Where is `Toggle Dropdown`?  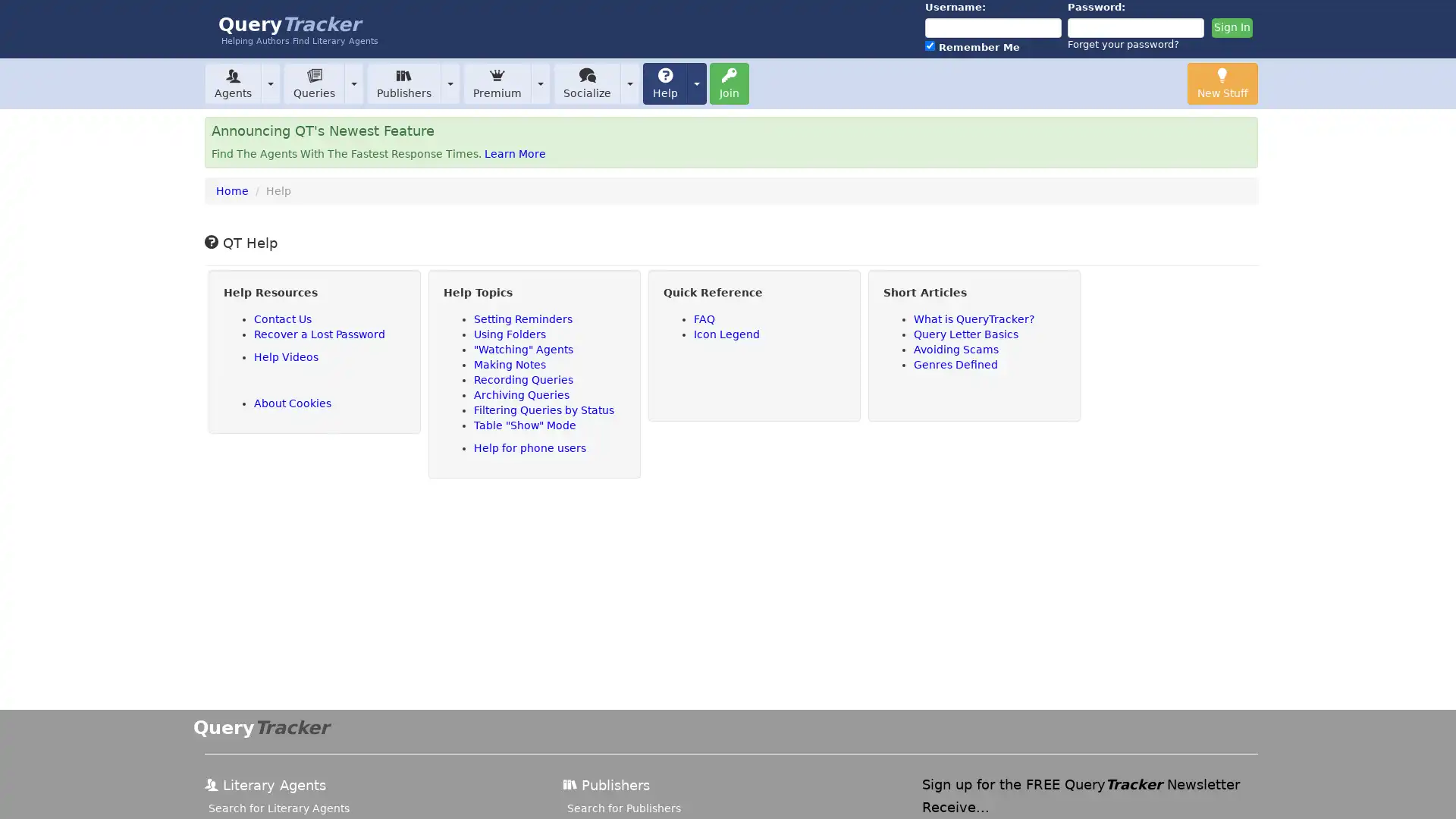
Toggle Dropdown is located at coordinates (541, 83).